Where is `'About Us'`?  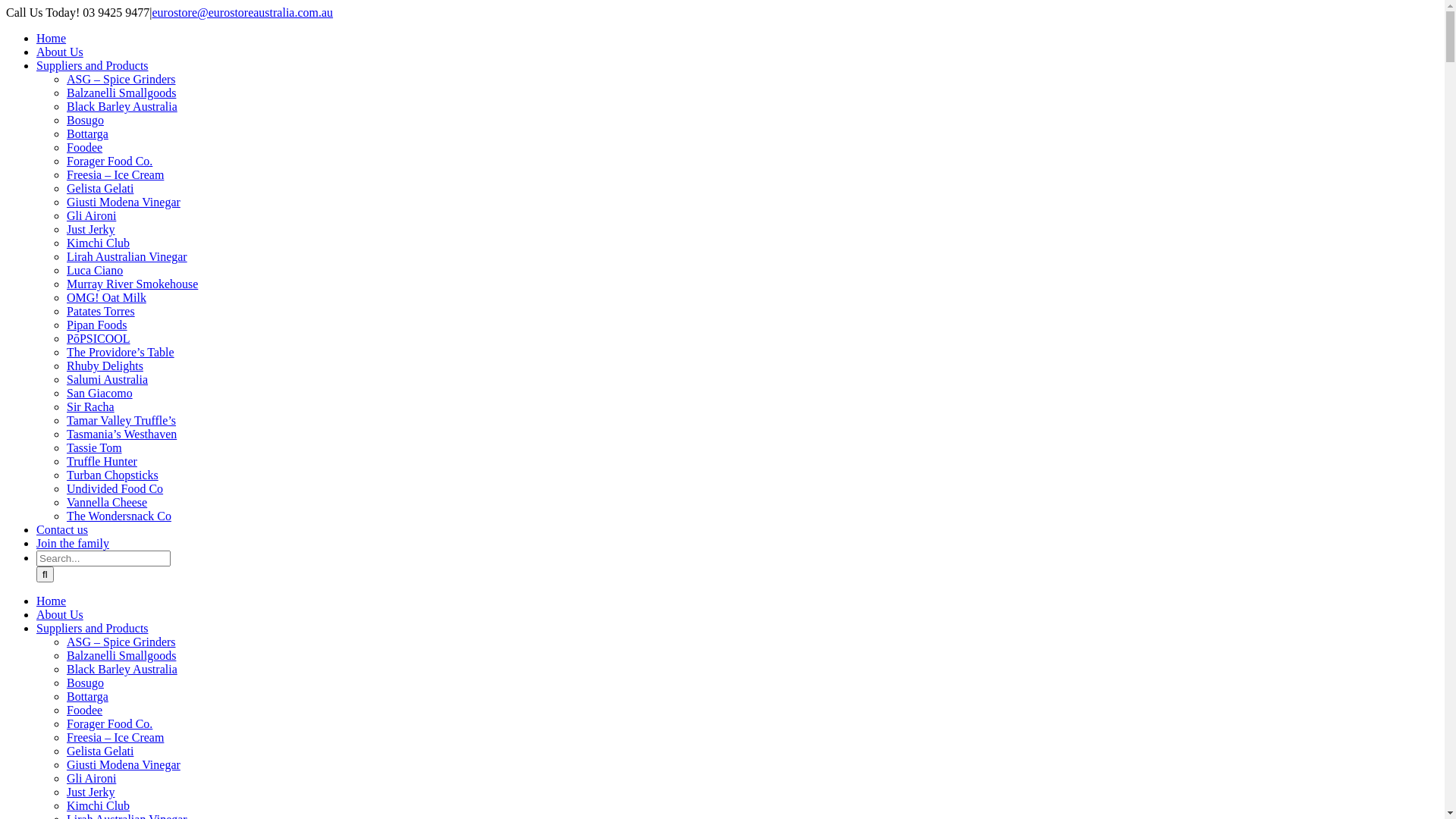 'About Us' is located at coordinates (59, 51).